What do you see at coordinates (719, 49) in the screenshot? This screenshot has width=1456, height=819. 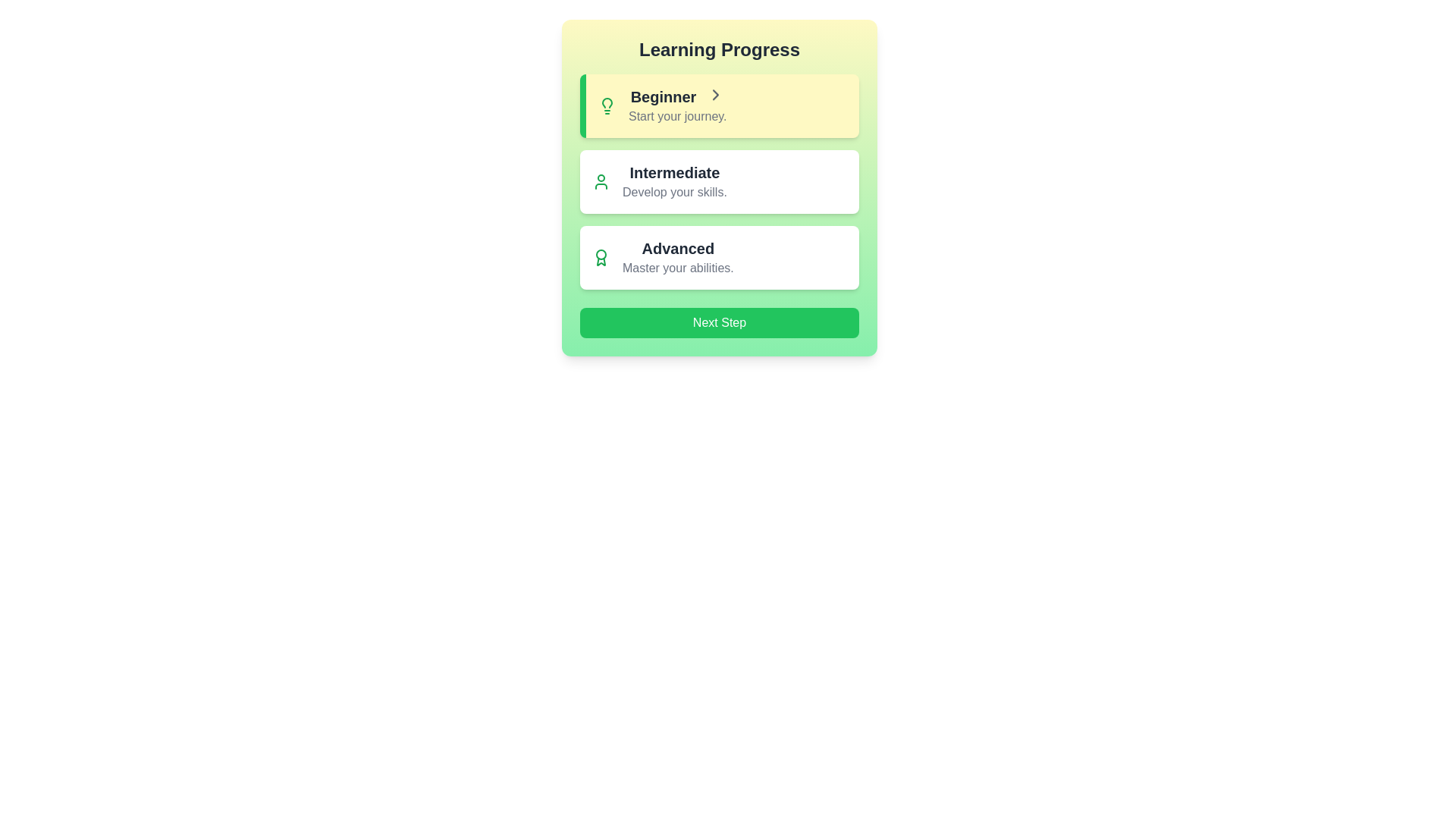 I see `the 'Learning Progress' text element, which is styled in bold, large dark gray font, serving as a header above the progress levels` at bounding box center [719, 49].